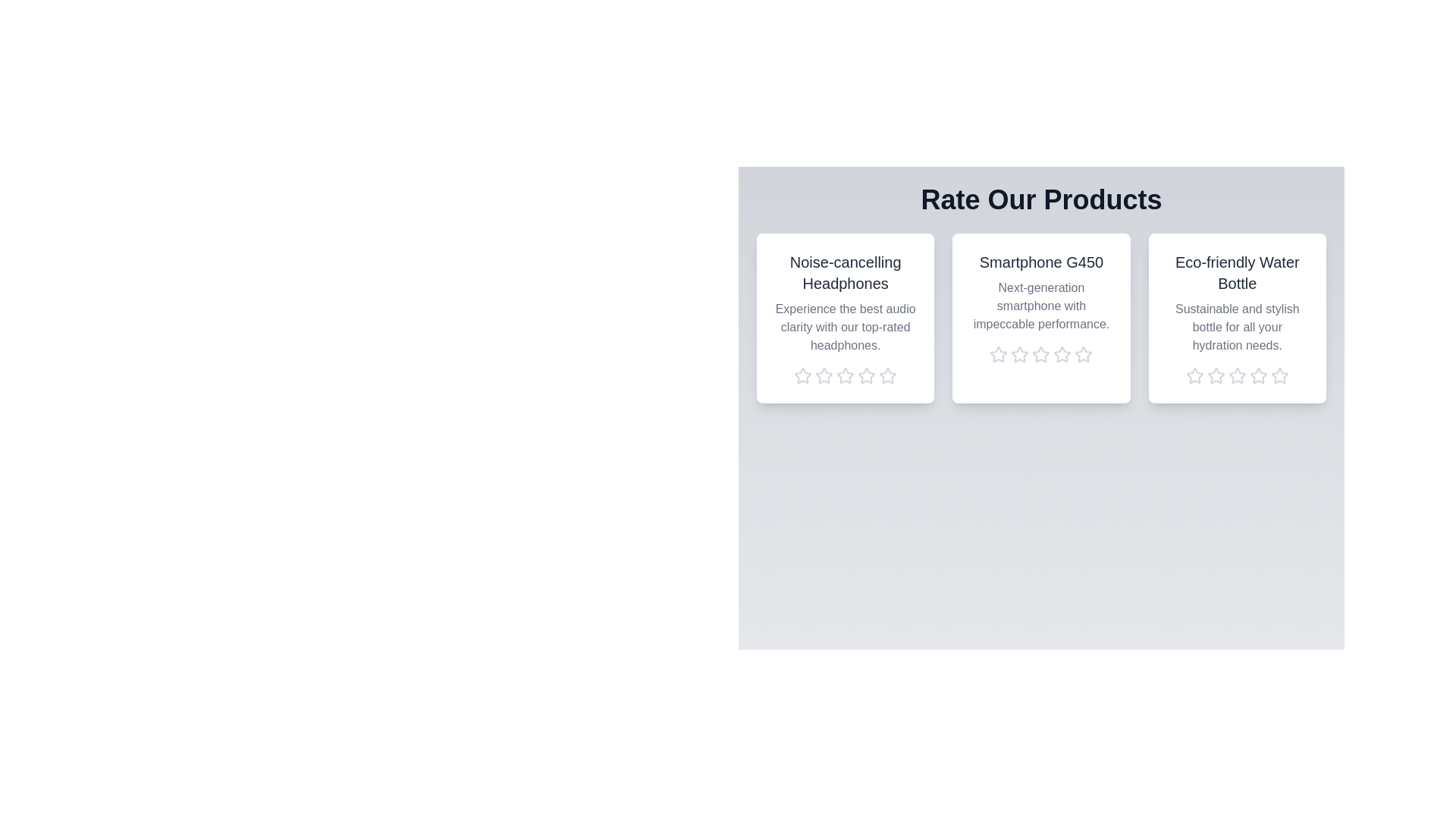  I want to click on the product card for Noise-cancelling Headphones, so click(845, 318).